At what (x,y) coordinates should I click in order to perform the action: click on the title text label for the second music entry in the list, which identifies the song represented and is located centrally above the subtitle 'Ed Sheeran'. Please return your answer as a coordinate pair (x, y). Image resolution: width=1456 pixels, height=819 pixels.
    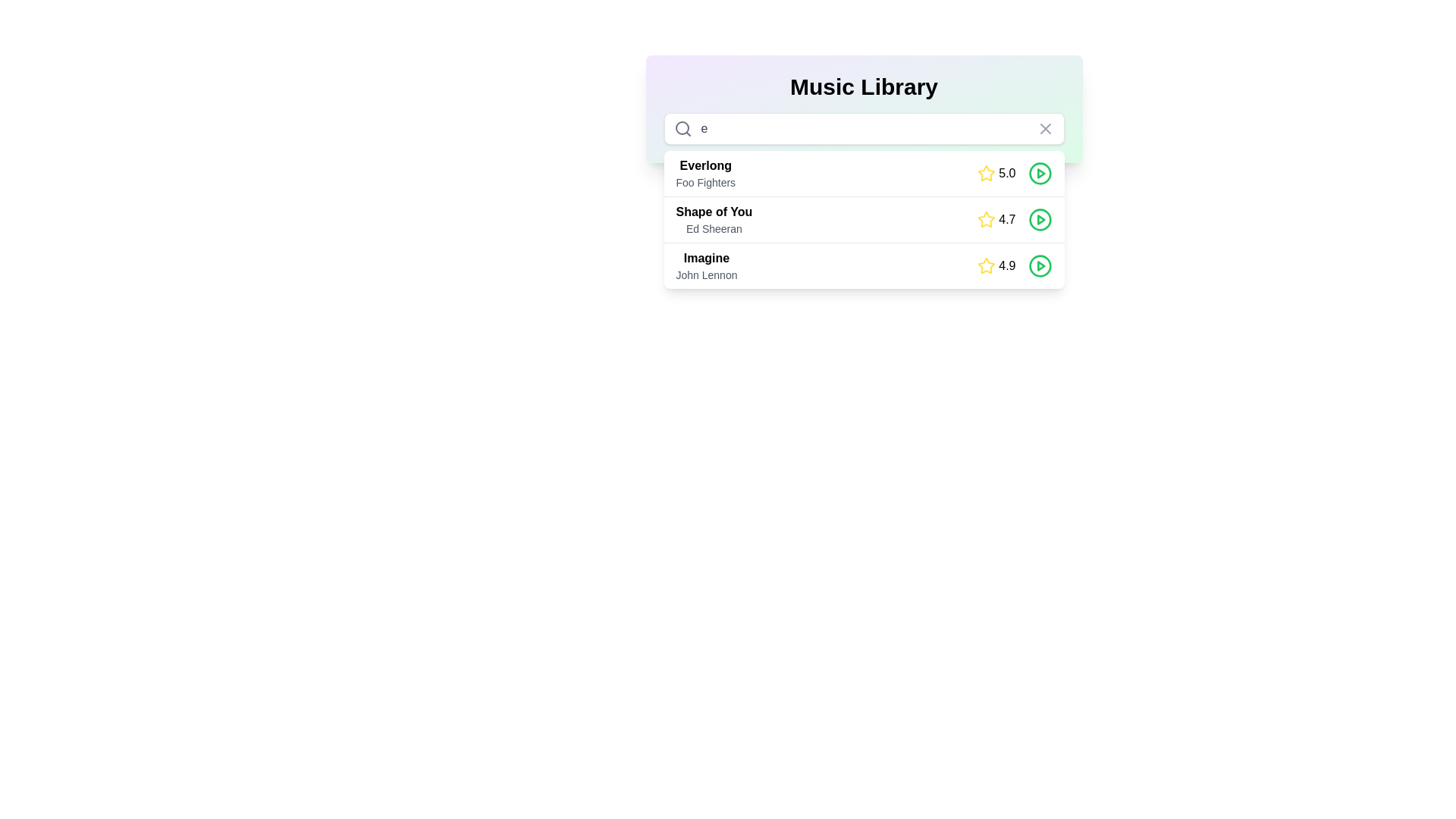
    Looking at the image, I should click on (713, 212).